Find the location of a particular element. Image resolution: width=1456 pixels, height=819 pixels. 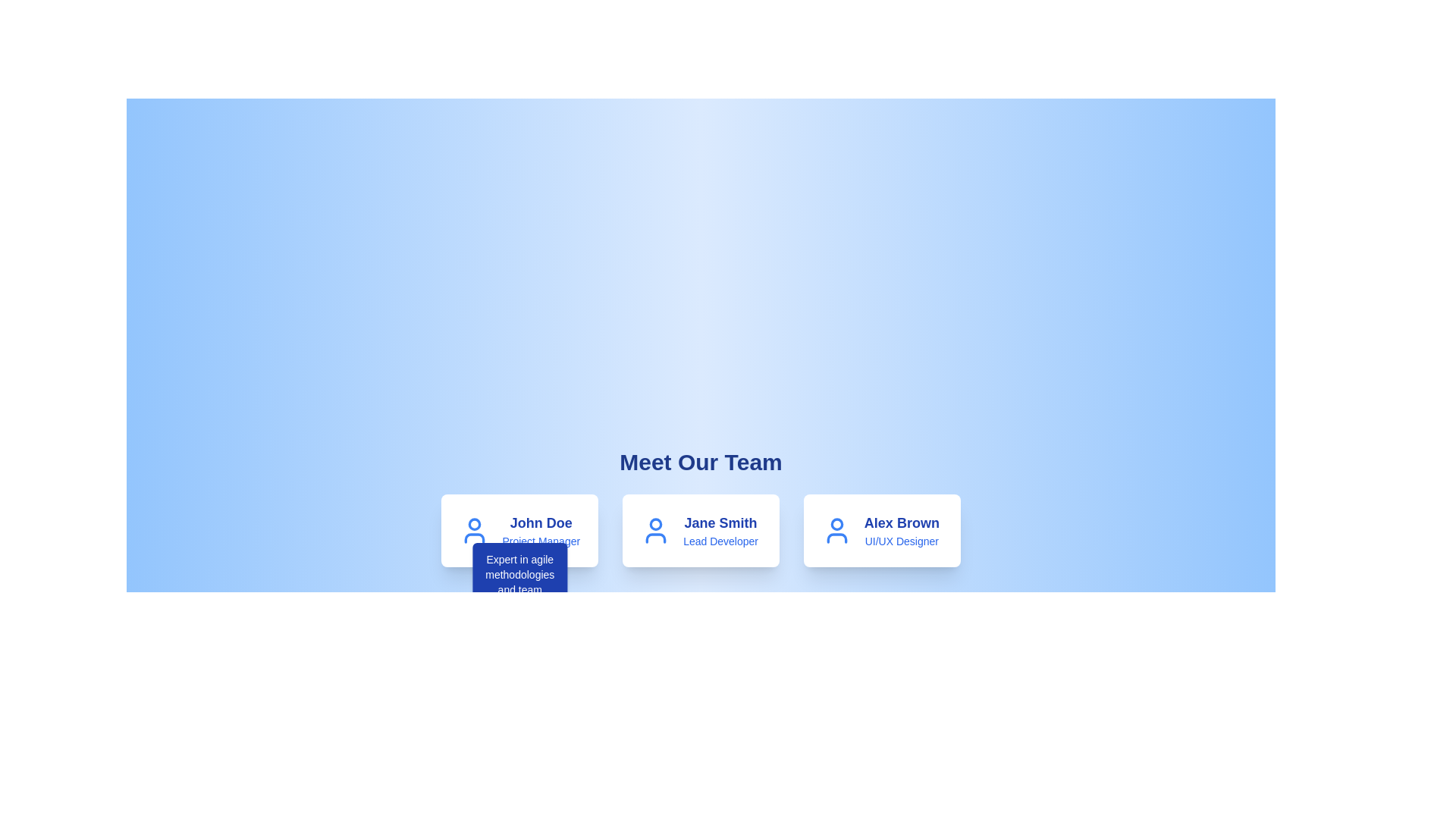

the Text block that identifies the team member 'Jane Smith' as 'Lead Developer', located in the second card under the heading 'Meet Our Team' is located at coordinates (720, 529).